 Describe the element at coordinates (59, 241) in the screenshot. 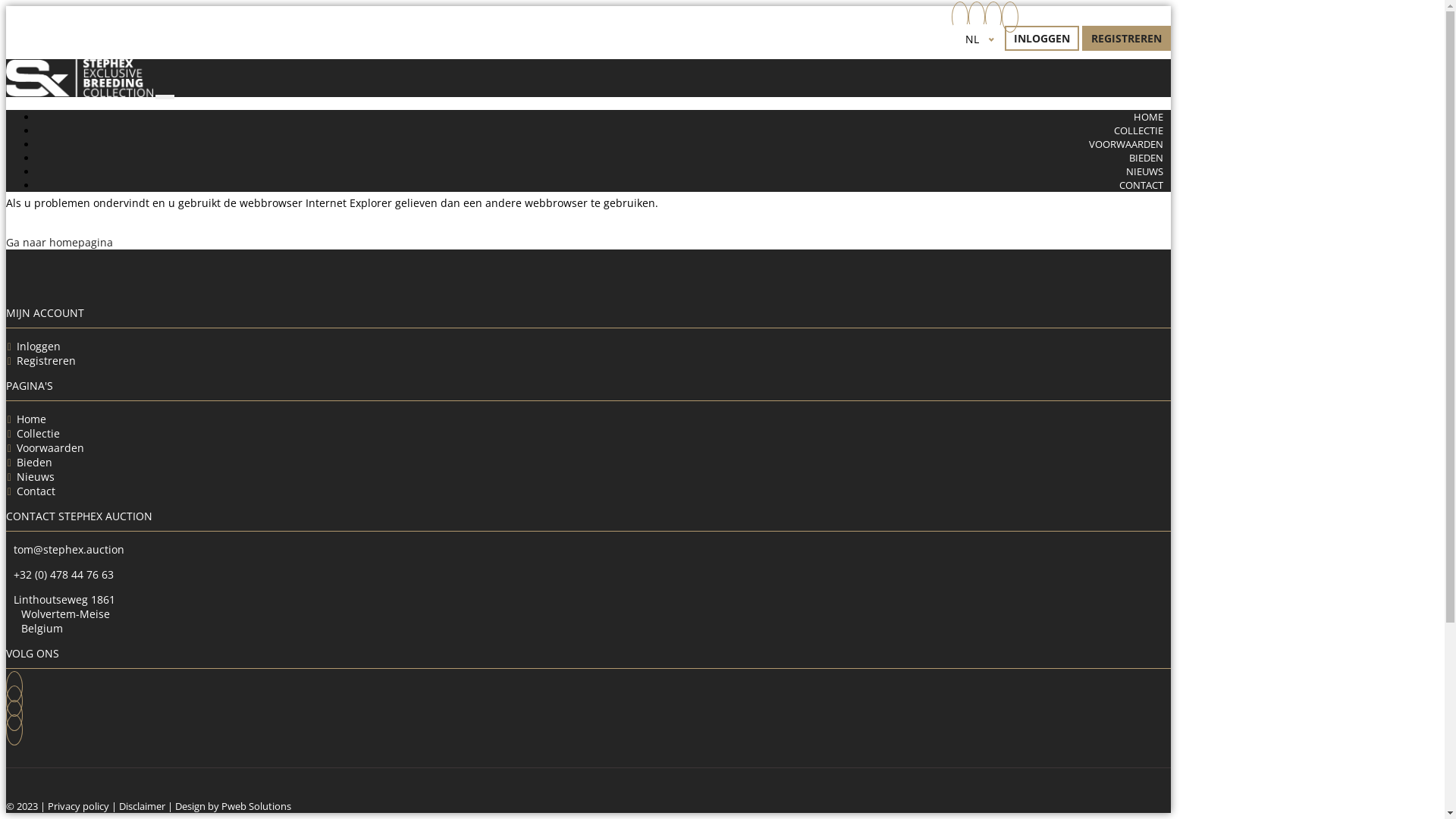

I see `'Ga naar homepagina'` at that location.